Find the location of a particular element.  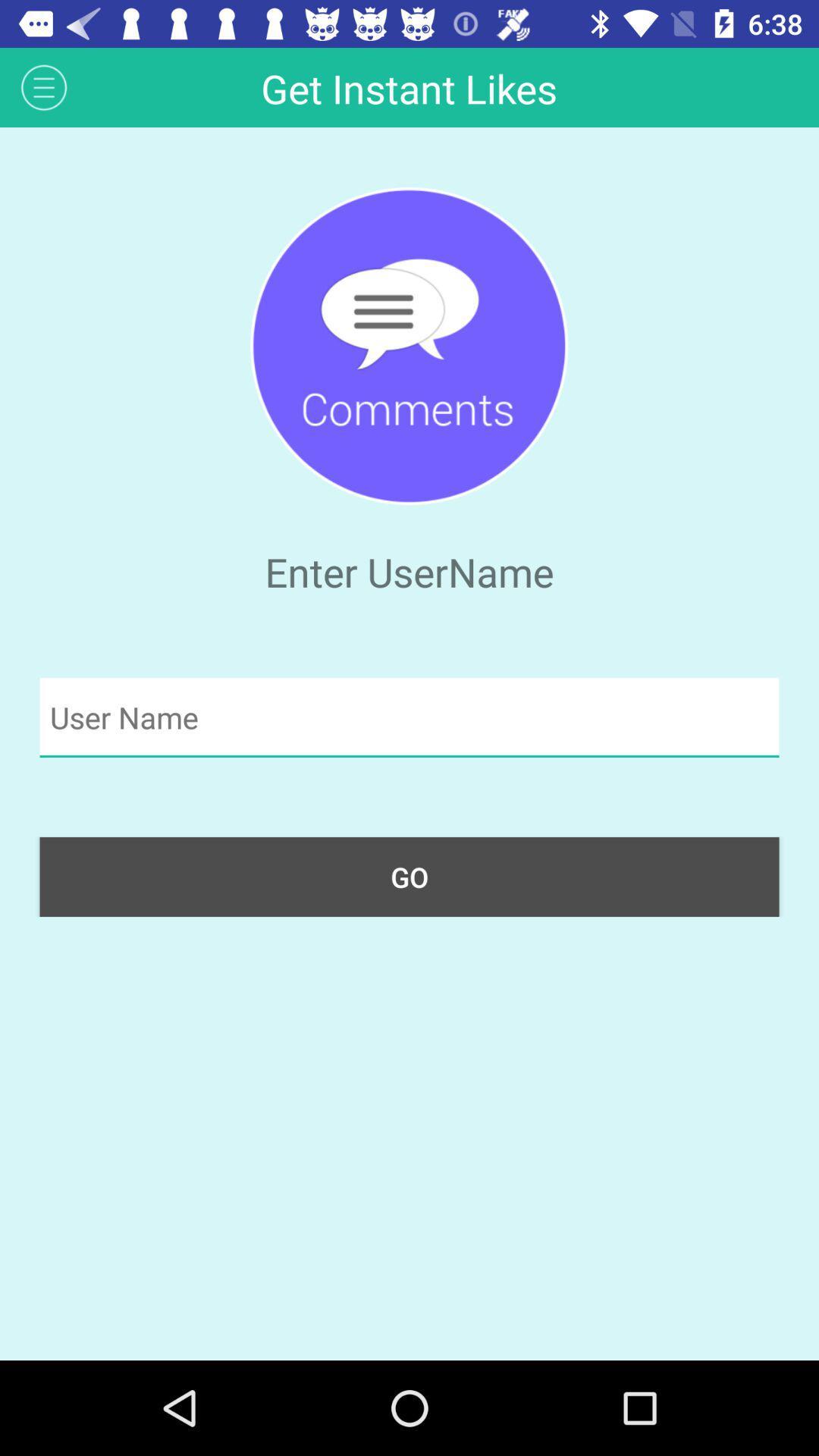

icon at the top left corner is located at coordinates (43, 86).